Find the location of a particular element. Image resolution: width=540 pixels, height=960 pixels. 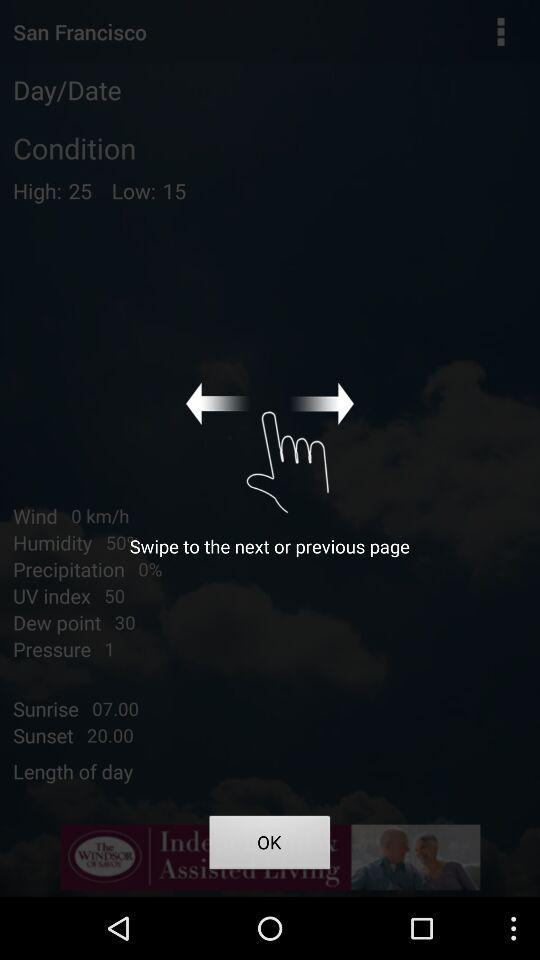

the item below swipe to the is located at coordinates (270, 844).